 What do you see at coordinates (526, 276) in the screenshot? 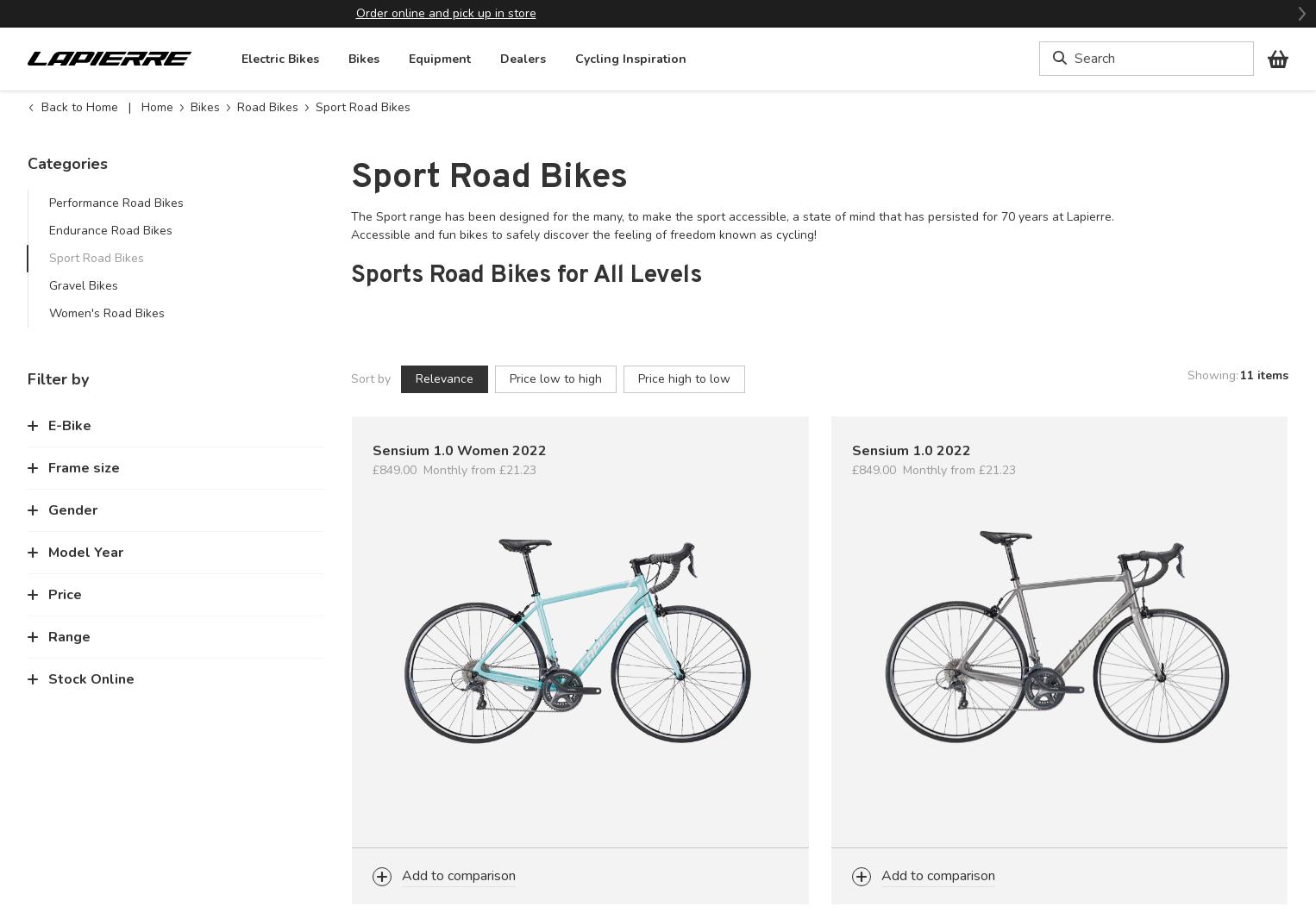
I see `'Sports Road Bikes for All Levels'` at bounding box center [526, 276].